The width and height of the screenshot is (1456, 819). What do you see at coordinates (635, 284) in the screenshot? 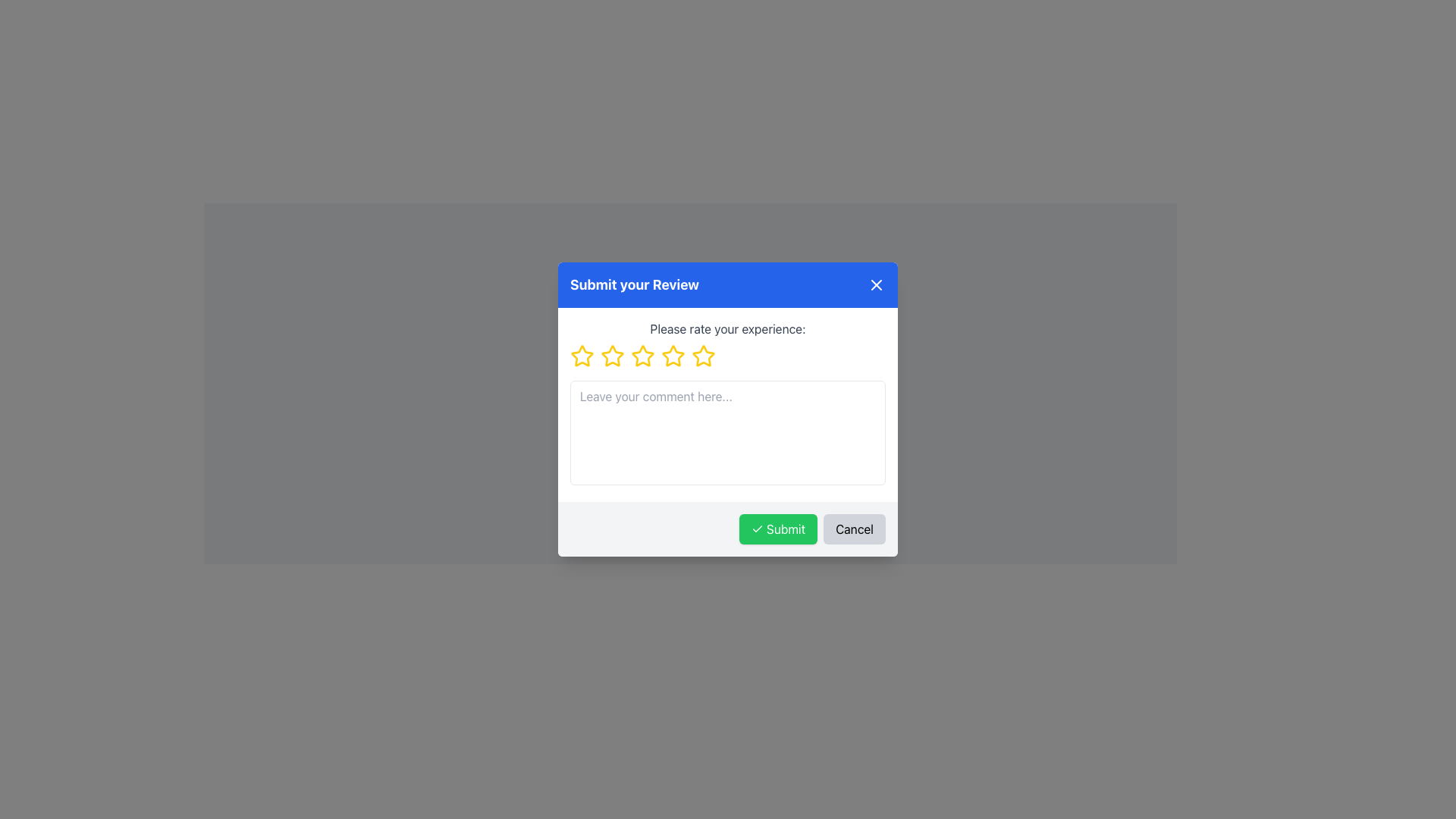
I see `the static text displaying 'Submit your Review', which is styled in bold, large white font against a blue background, located at the top section of the modal window` at bounding box center [635, 284].